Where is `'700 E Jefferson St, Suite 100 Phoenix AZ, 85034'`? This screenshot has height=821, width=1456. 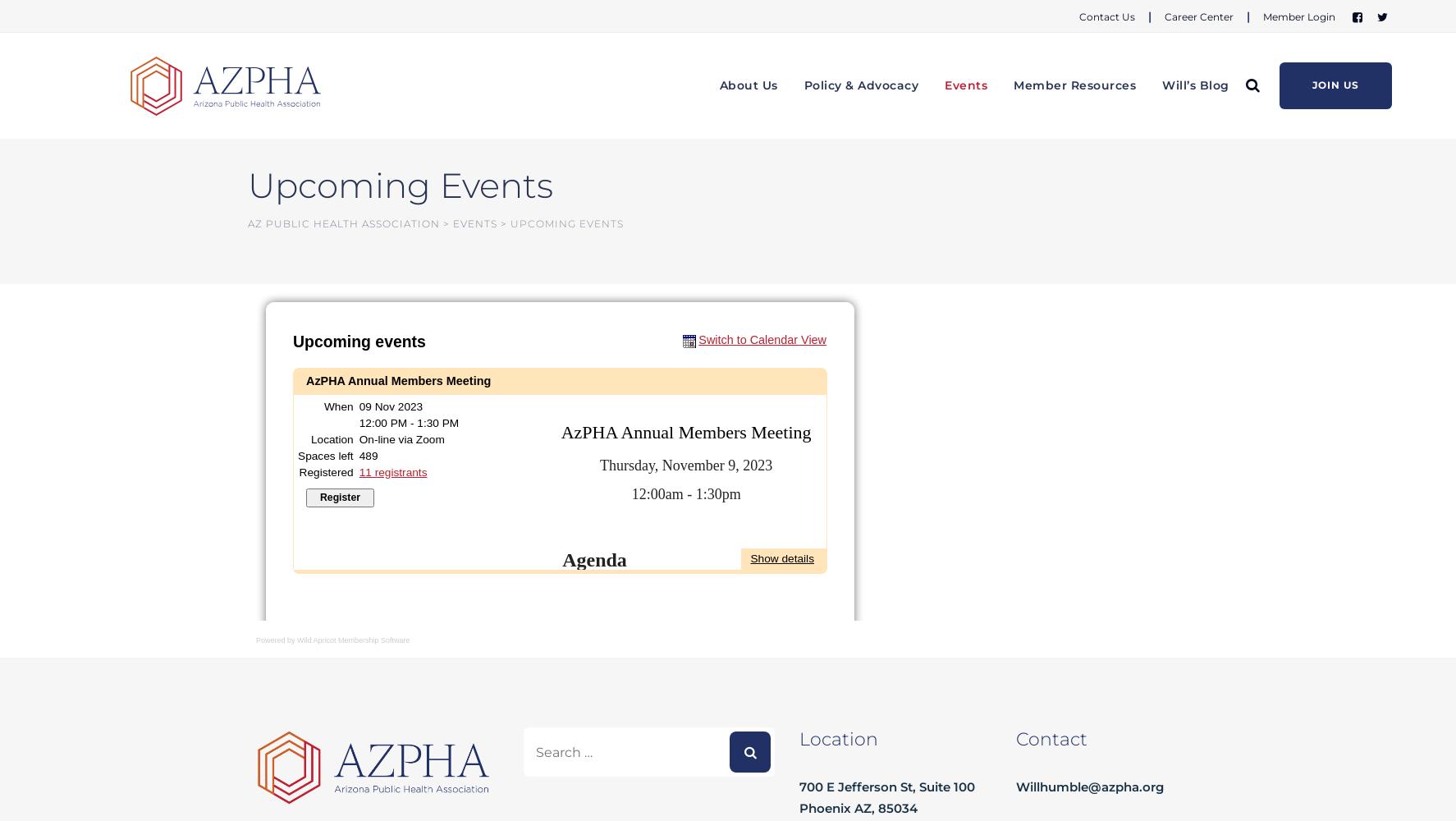
'700 E Jefferson St, Suite 100 Phoenix AZ, 85034' is located at coordinates (886, 796).